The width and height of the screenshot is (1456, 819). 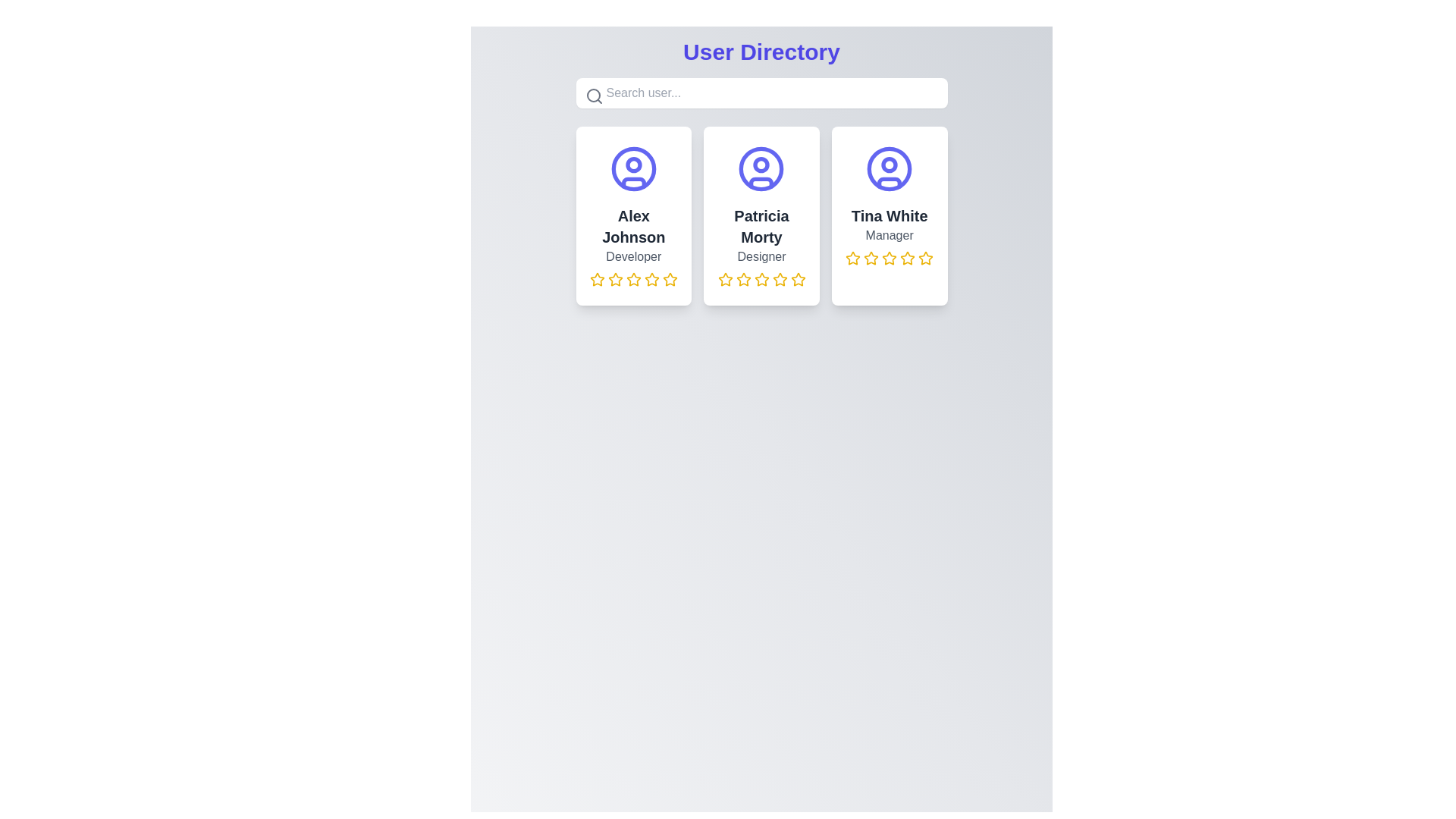 What do you see at coordinates (615, 280) in the screenshot?
I see `the third star icon` at bounding box center [615, 280].